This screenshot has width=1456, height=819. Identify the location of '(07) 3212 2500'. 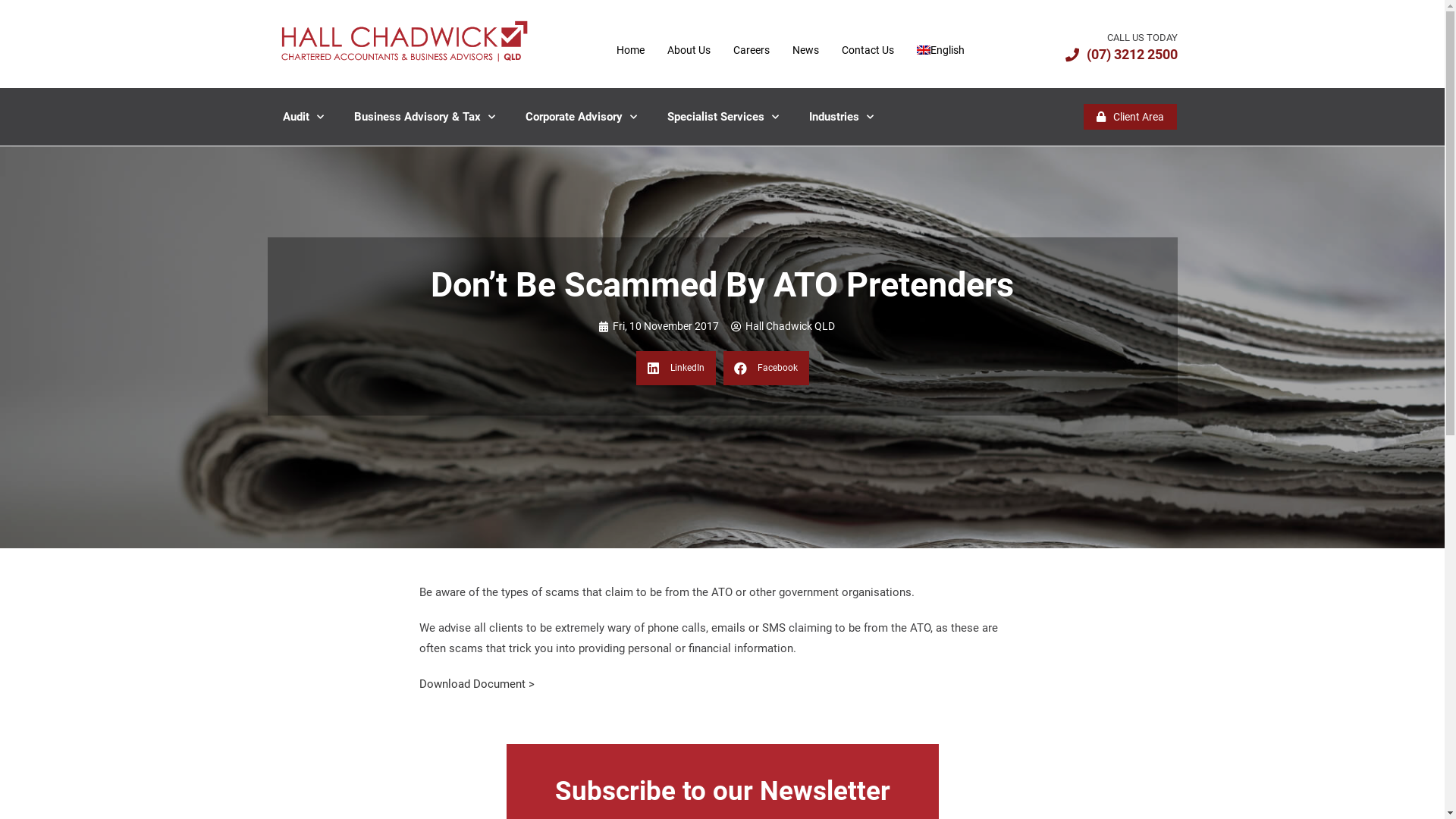
(1121, 54).